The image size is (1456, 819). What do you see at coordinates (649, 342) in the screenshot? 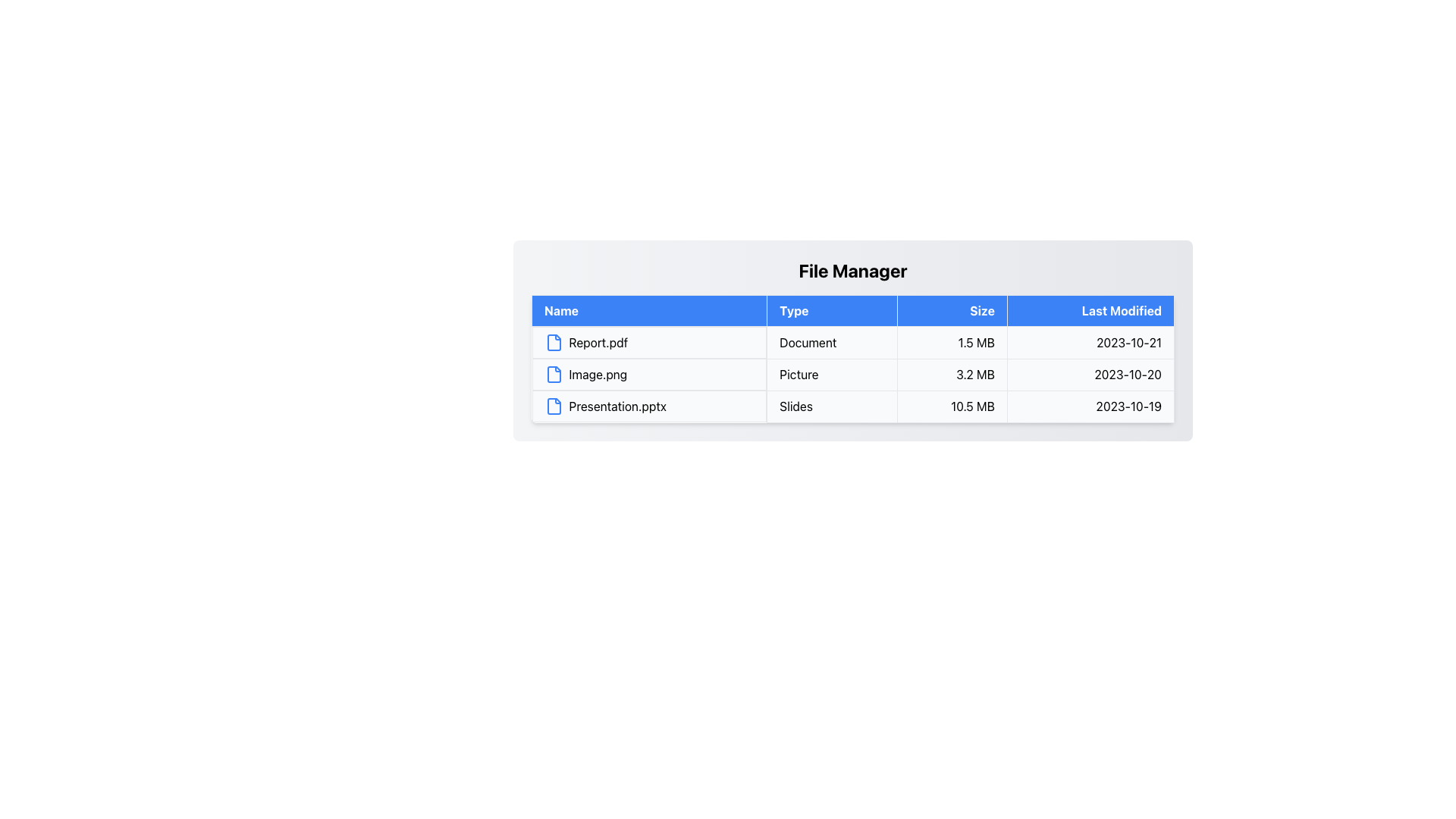
I see `the table cell content labeled 'Report.pdf', which is the first entry` at bounding box center [649, 342].